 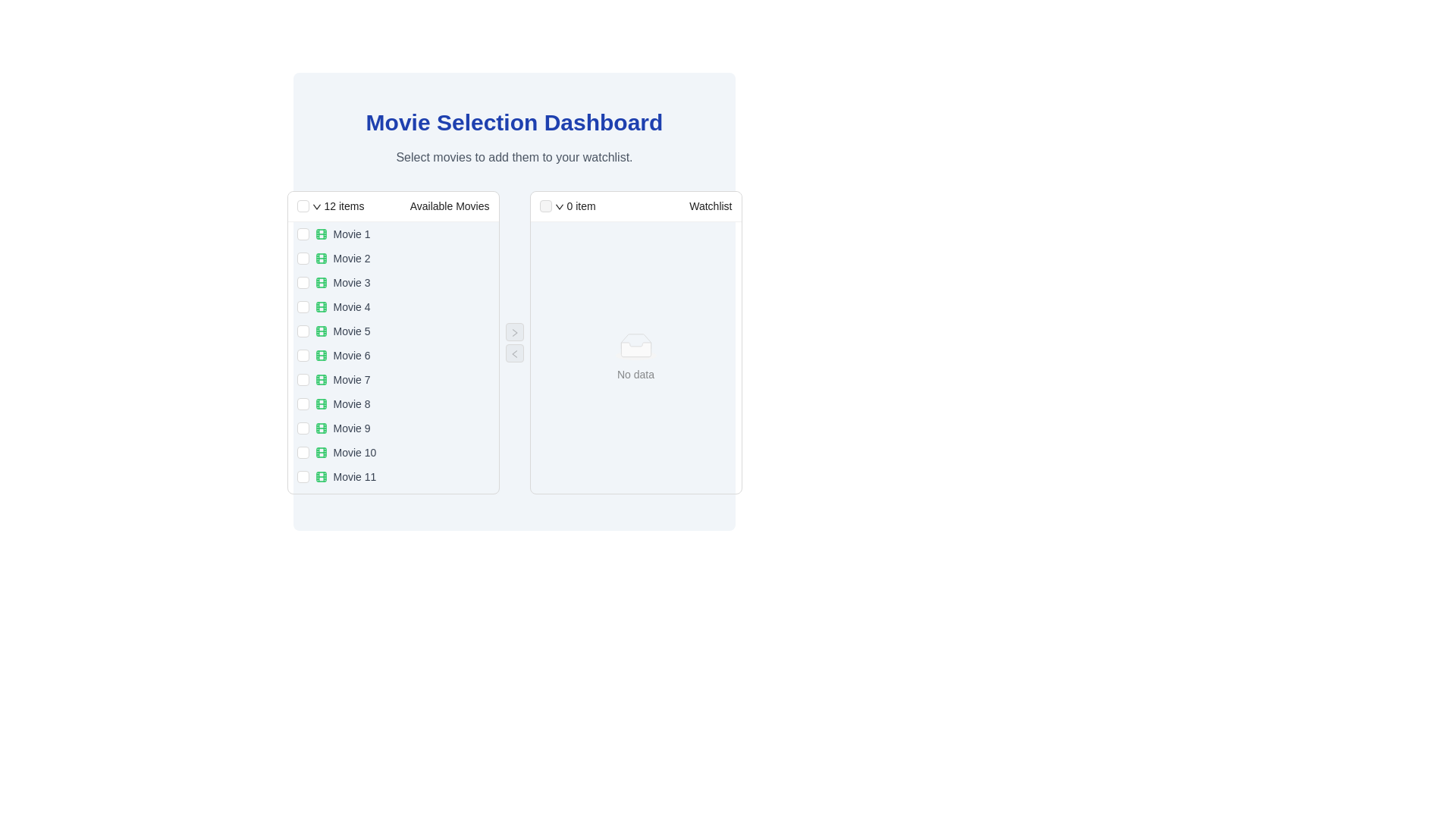 I want to click on the 'No data' text label located in the 'Watchlist' panel, positioned directly below the empty folder icon, so click(x=635, y=374).